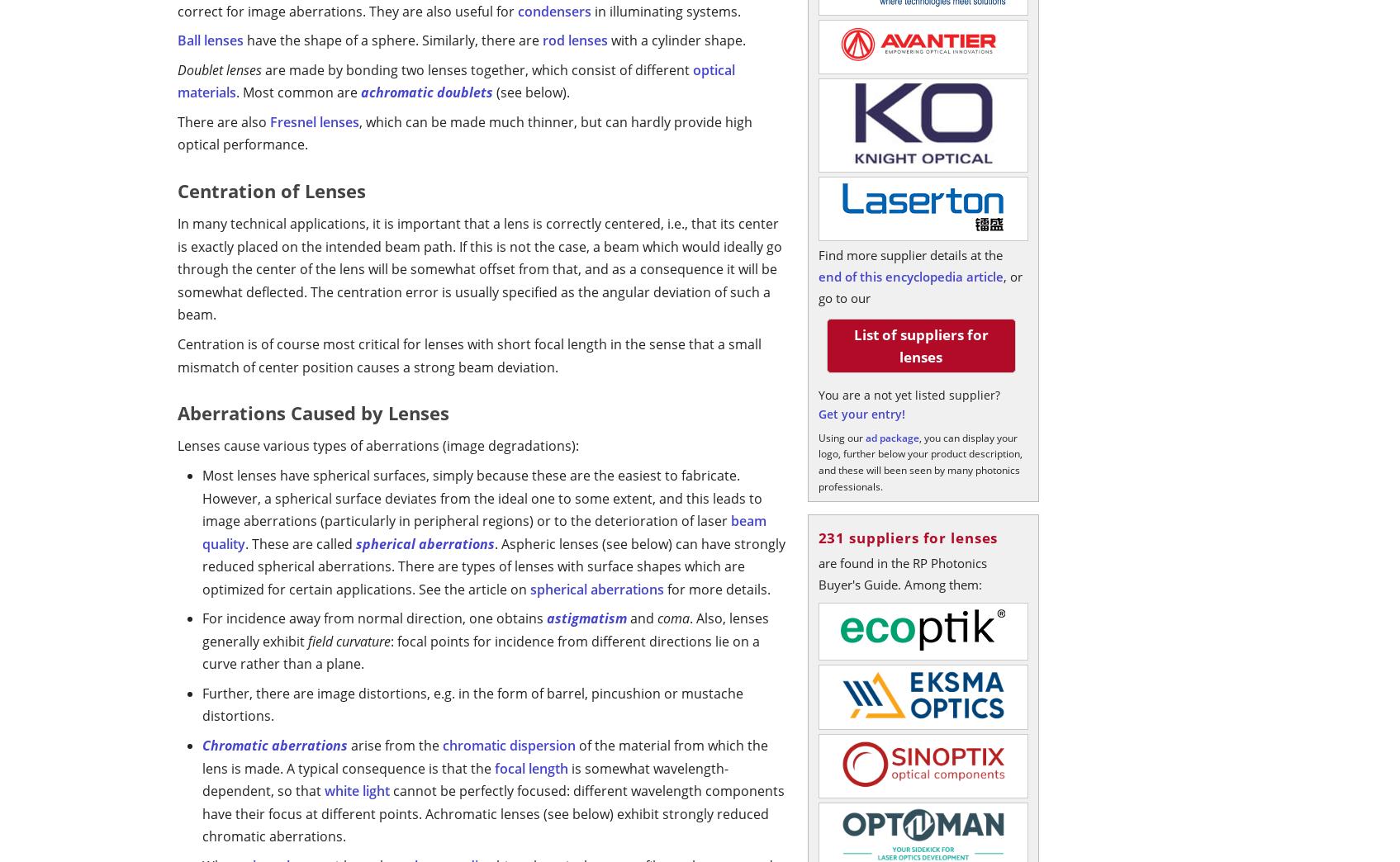  What do you see at coordinates (530, 766) in the screenshot?
I see `'focal length'` at bounding box center [530, 766].